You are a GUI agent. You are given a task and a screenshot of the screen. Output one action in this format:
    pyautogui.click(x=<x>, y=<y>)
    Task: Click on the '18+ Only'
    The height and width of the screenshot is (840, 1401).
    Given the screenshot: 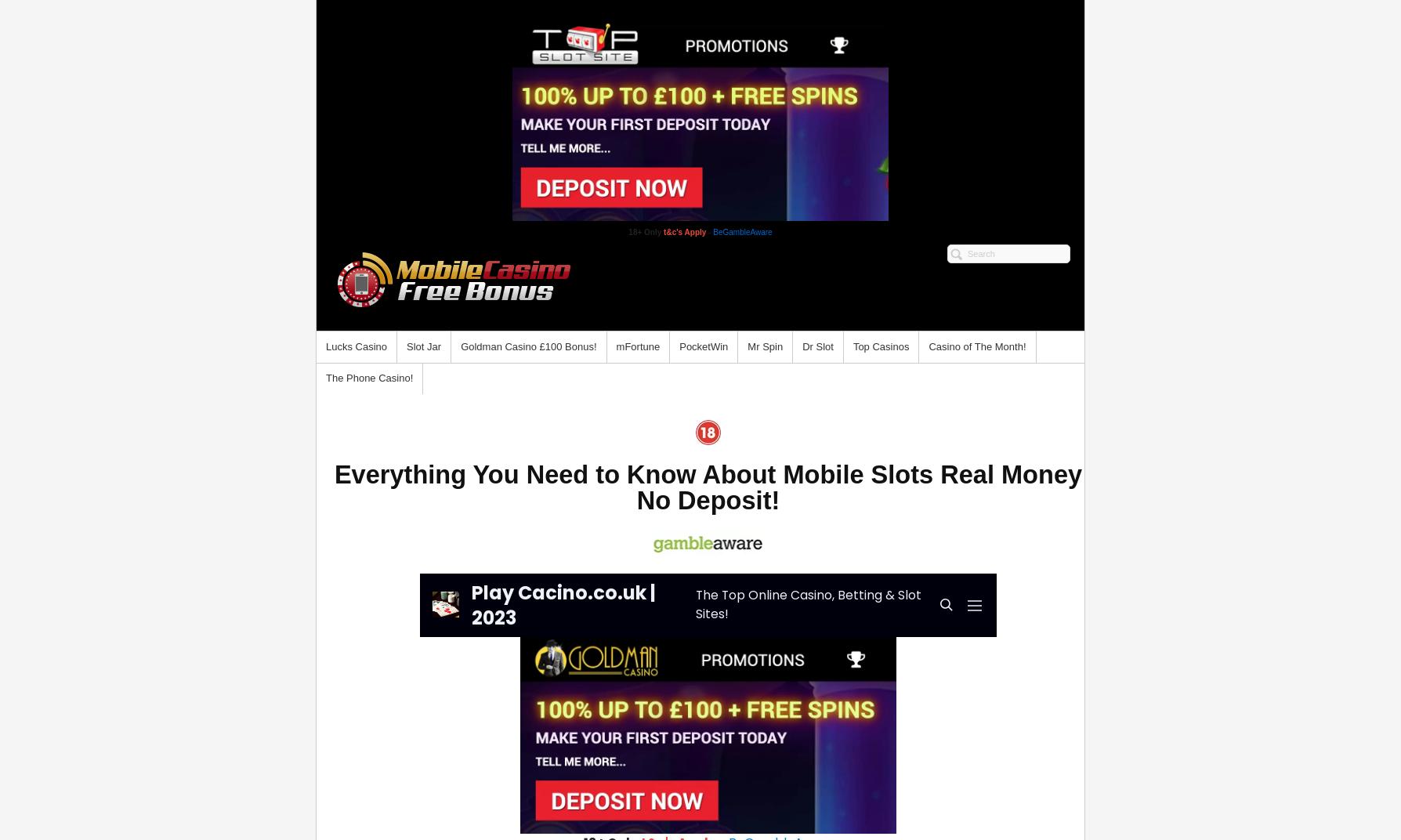 What is the action you would take?
    pyautogui.click(x=644, y=231)
    